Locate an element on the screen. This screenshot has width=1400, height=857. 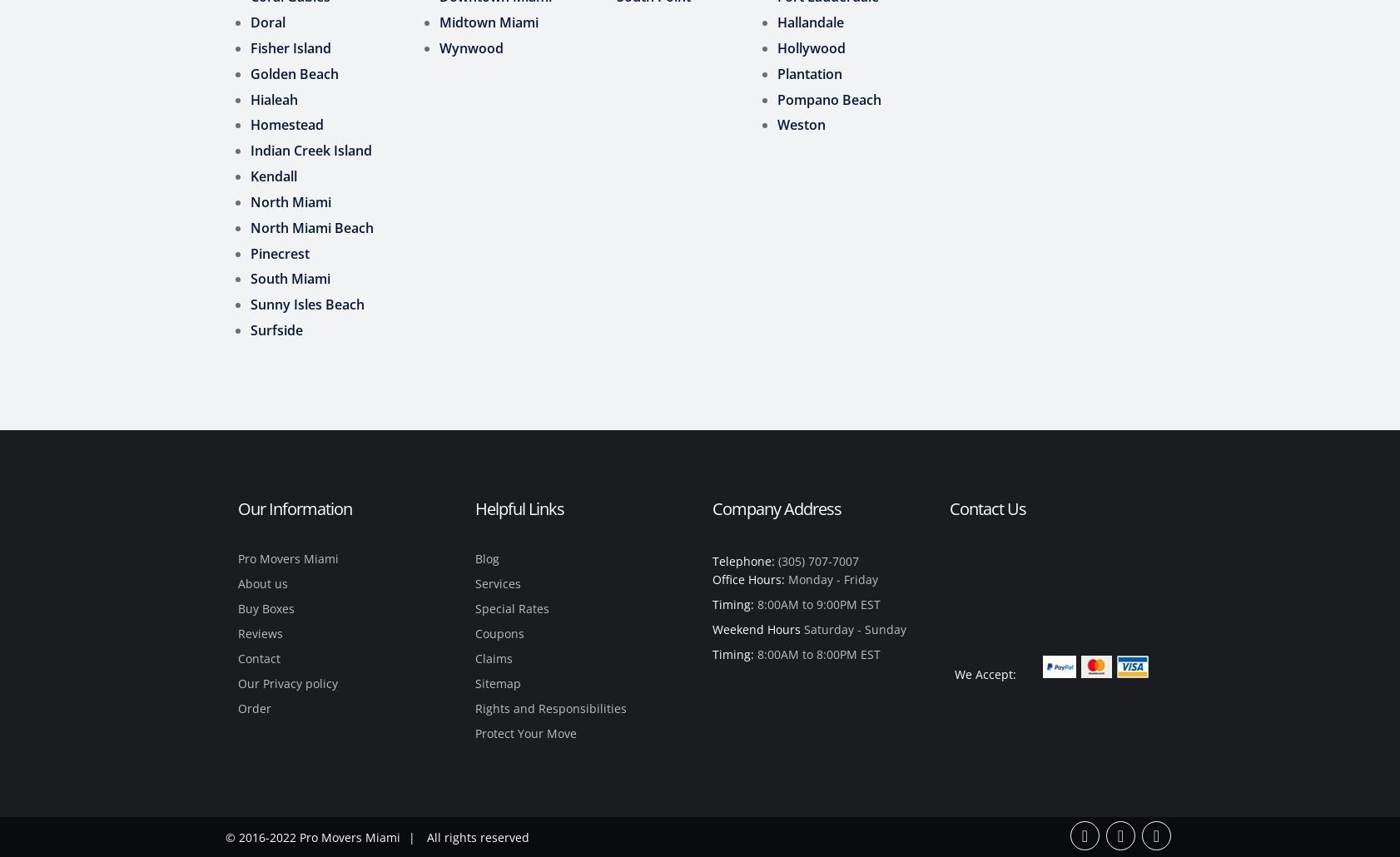
'Fisher Island' is located at coordinates (290, 47).